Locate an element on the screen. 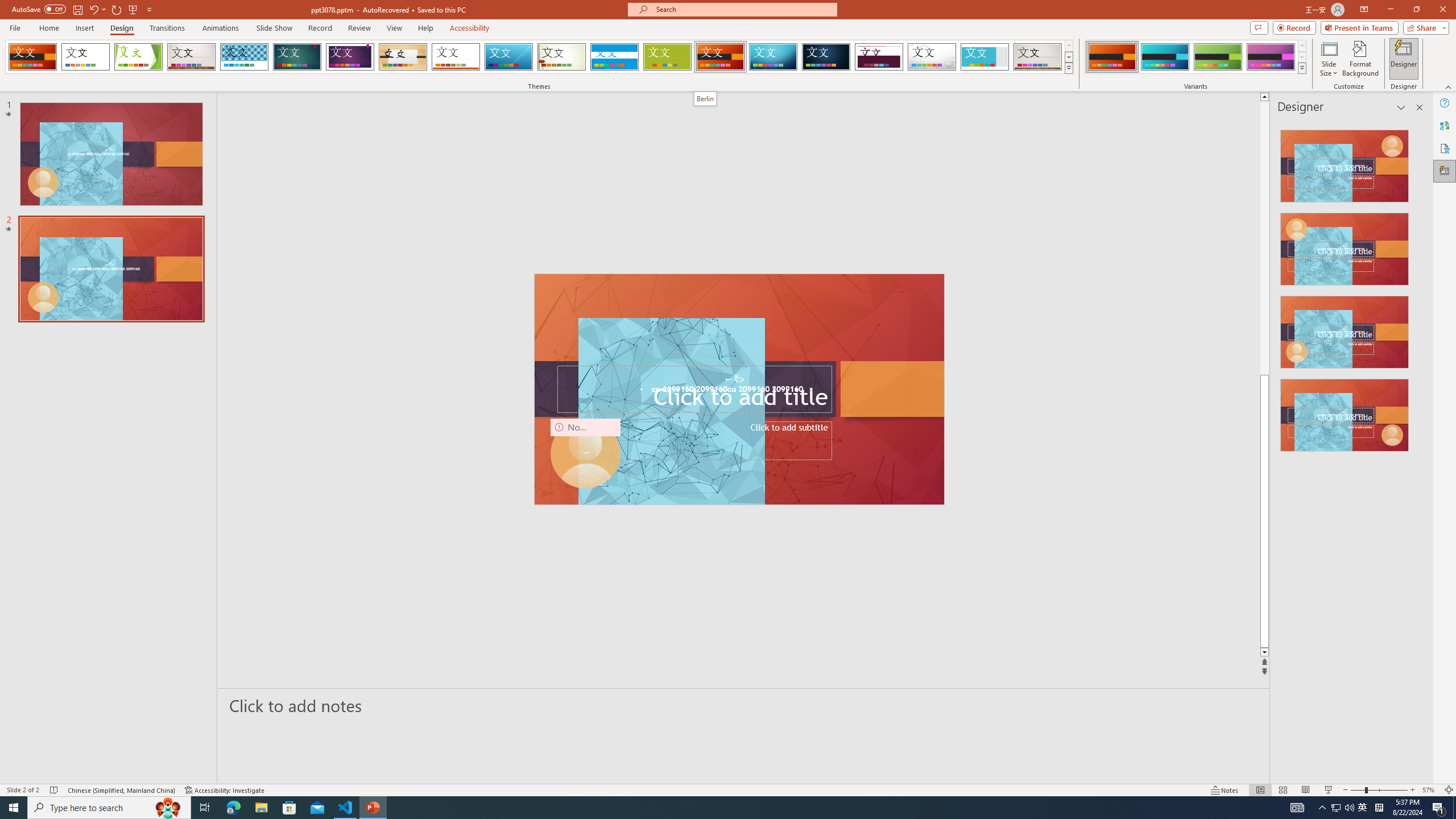  'AutomationID: SlideThemesGallery' is located at coordinates (539, 56).